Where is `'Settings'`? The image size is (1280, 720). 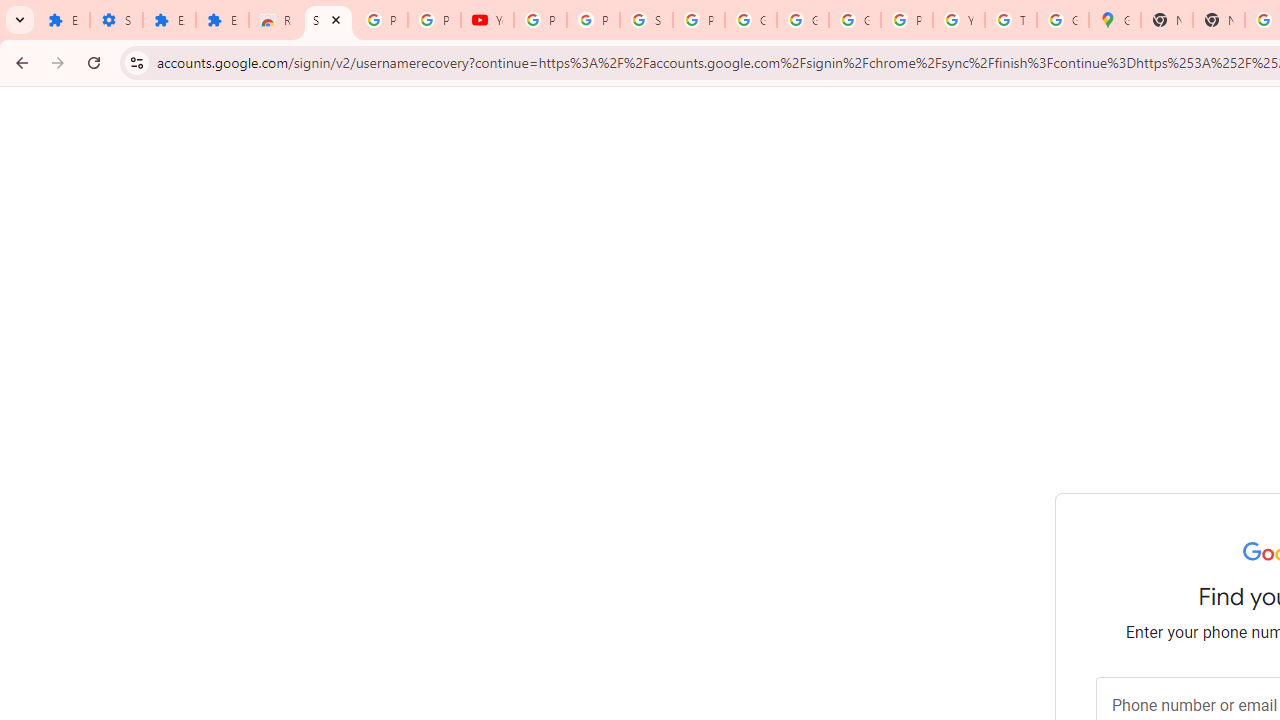
'Settings' is located at coordinates (115, 20).